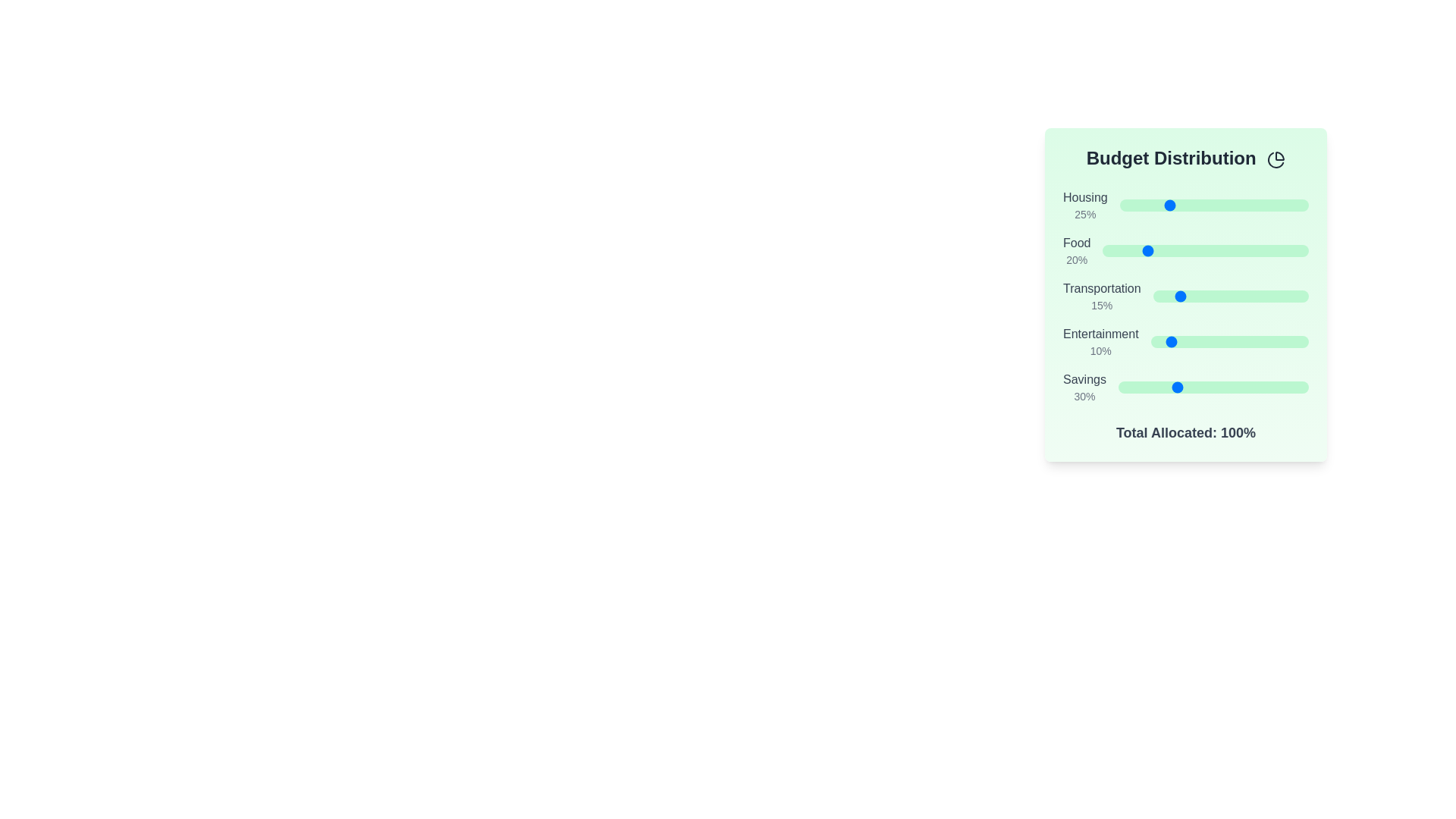 The width and height of the screenshot is (1456, 819). I want to click on the percentage text for Food to read it more clearly, so click(1076, 259).